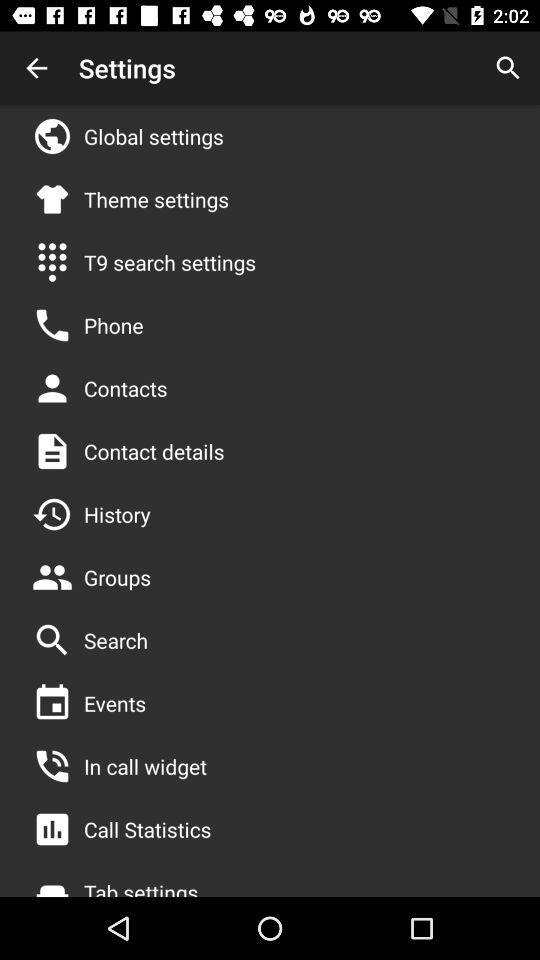 The image size is (540, 960). I want to click on the item to the left of the settings item, so click(36, 68).